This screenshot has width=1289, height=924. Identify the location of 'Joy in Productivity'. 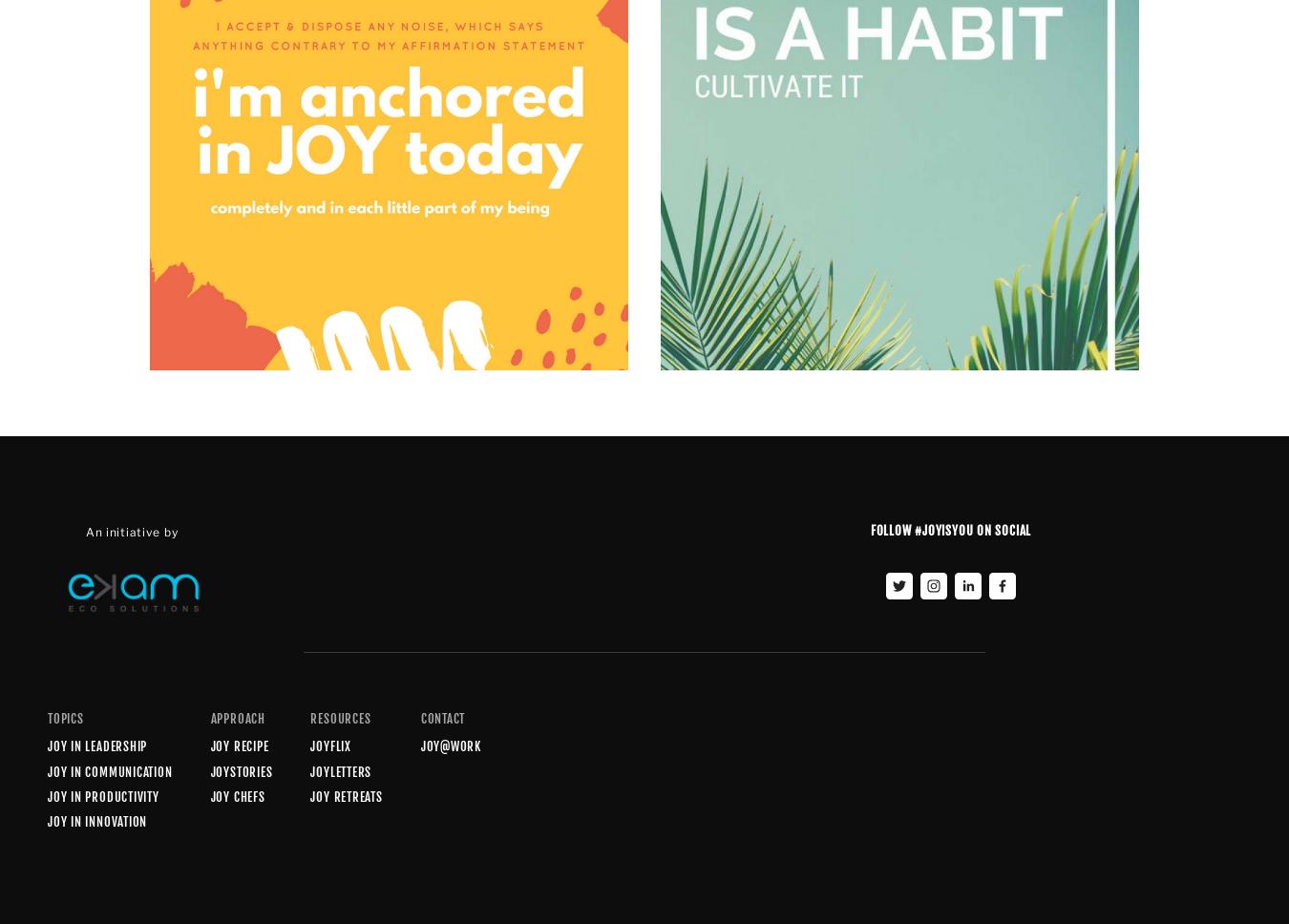
(102, 796).